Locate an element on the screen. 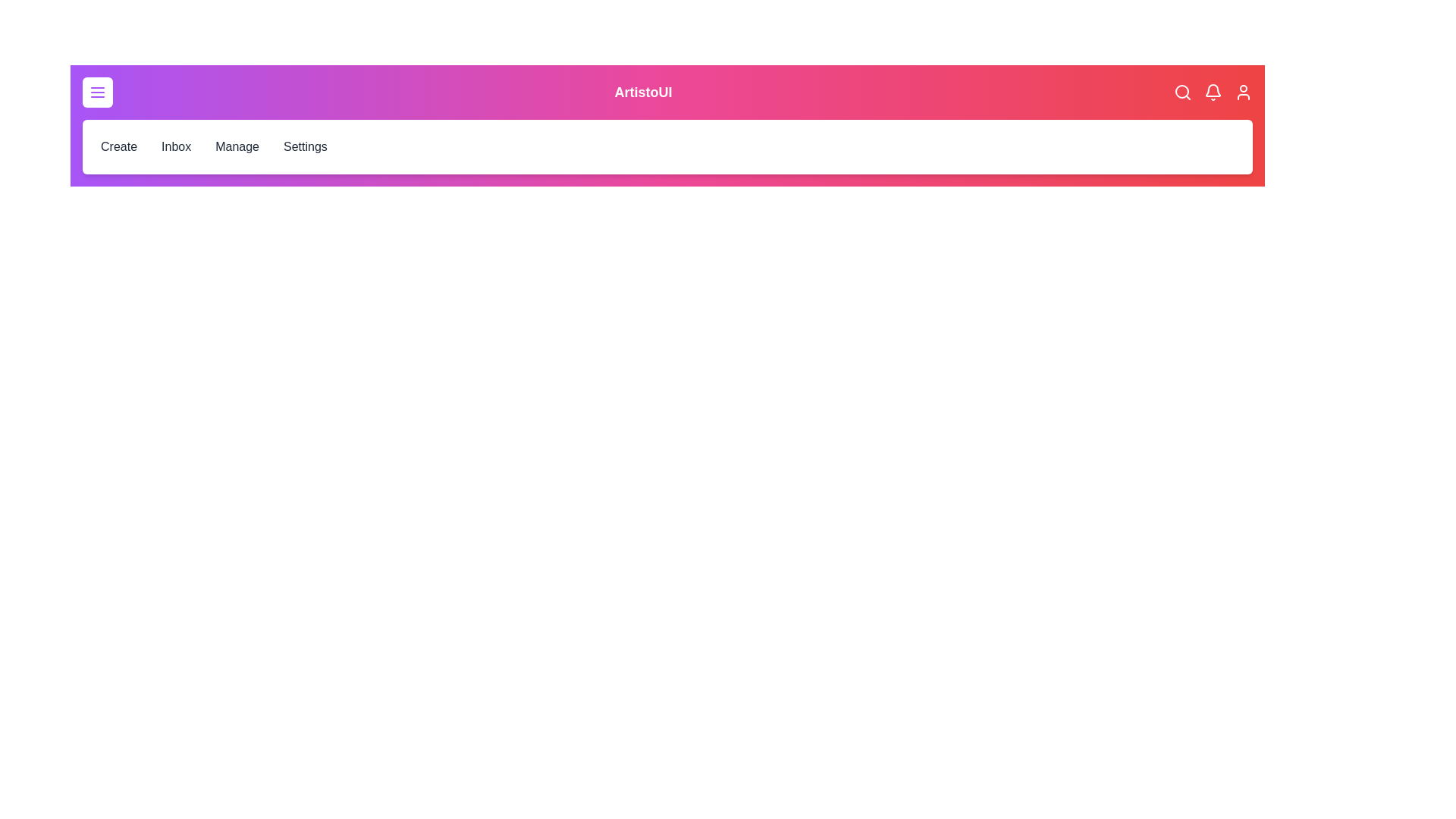 The image size is (1456, 819). the Search icon in the ArtisticAppBar is located at coordinates (1182, 93).